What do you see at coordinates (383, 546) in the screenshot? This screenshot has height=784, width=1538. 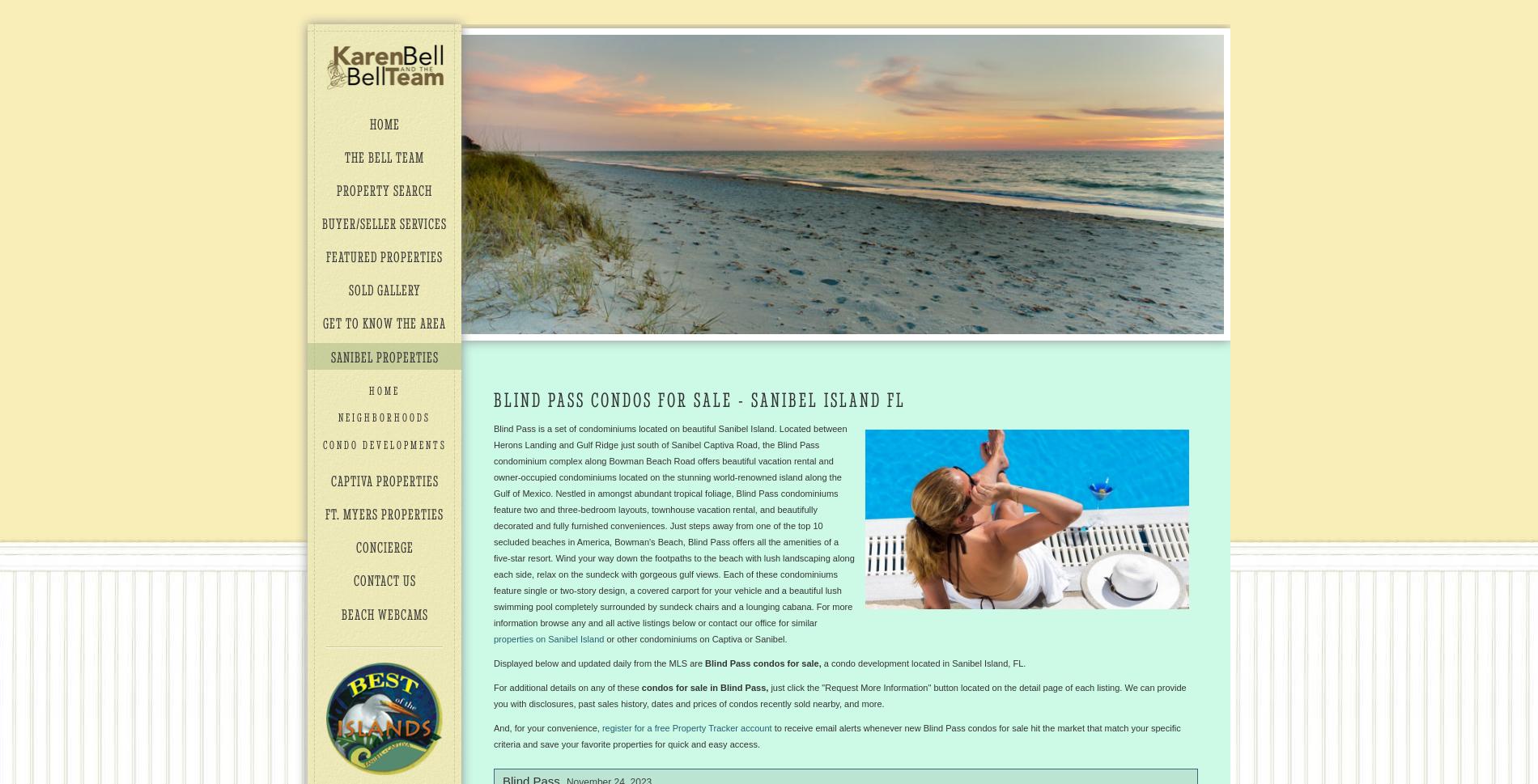 I see `'Concierge'` at bounding box center [383, 546].